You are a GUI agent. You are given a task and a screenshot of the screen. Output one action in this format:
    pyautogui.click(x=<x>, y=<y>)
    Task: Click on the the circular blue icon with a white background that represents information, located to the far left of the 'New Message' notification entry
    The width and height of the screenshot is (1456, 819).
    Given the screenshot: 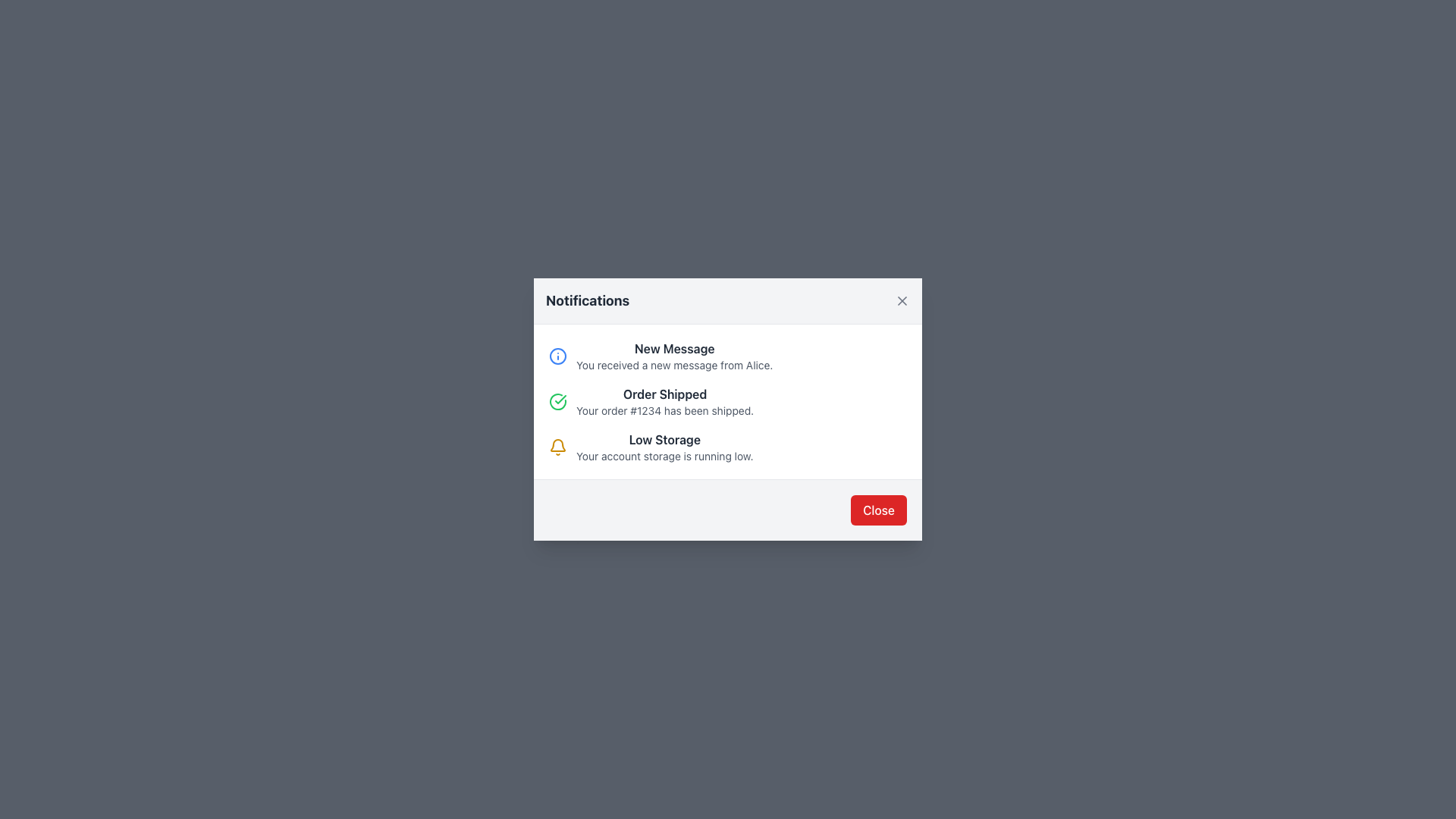 What is the action you would take?
    pyautogui.click(x=557, y=356)
    